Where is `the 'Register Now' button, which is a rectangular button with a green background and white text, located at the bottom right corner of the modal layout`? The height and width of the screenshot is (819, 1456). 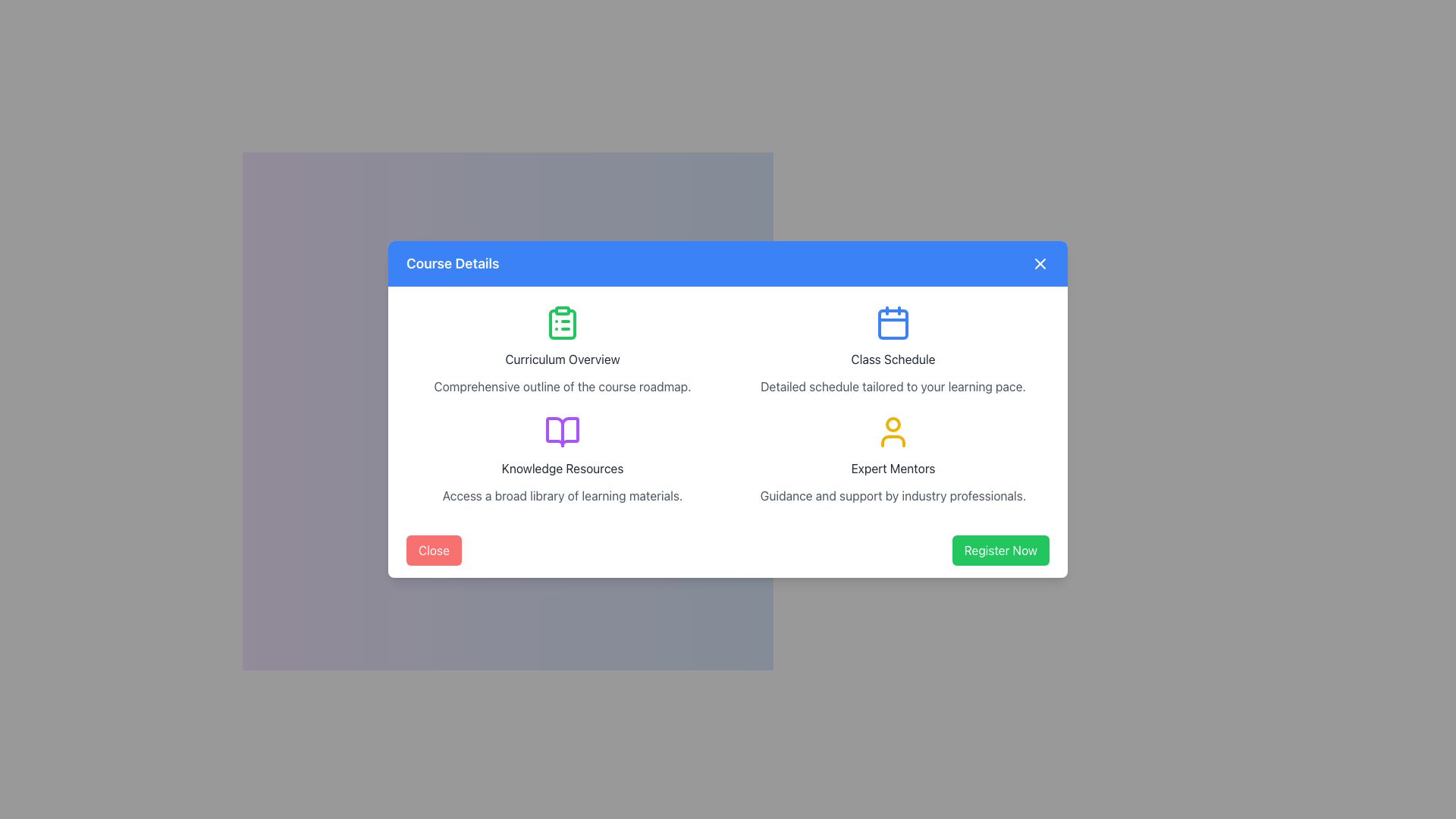
the 'Register Now' button, which is a rectangular button with a green background and white text, located at the bottom right corner of the modal layout is located at coordinates (1000, 550).